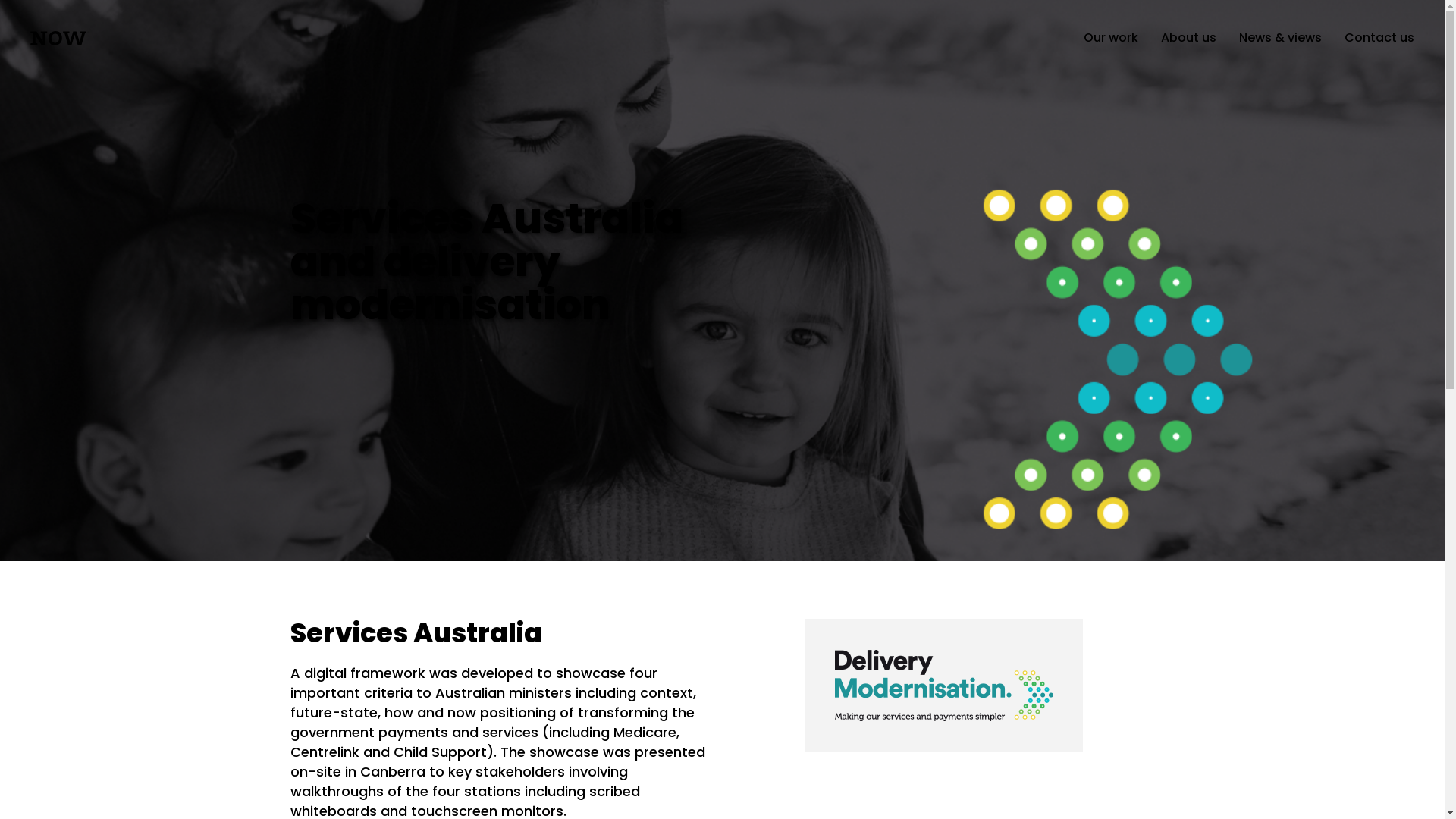  What do you see at coordinates (1160, 36) in the screenshot?
I see `'About us'` at bounding box center [1160, 36].